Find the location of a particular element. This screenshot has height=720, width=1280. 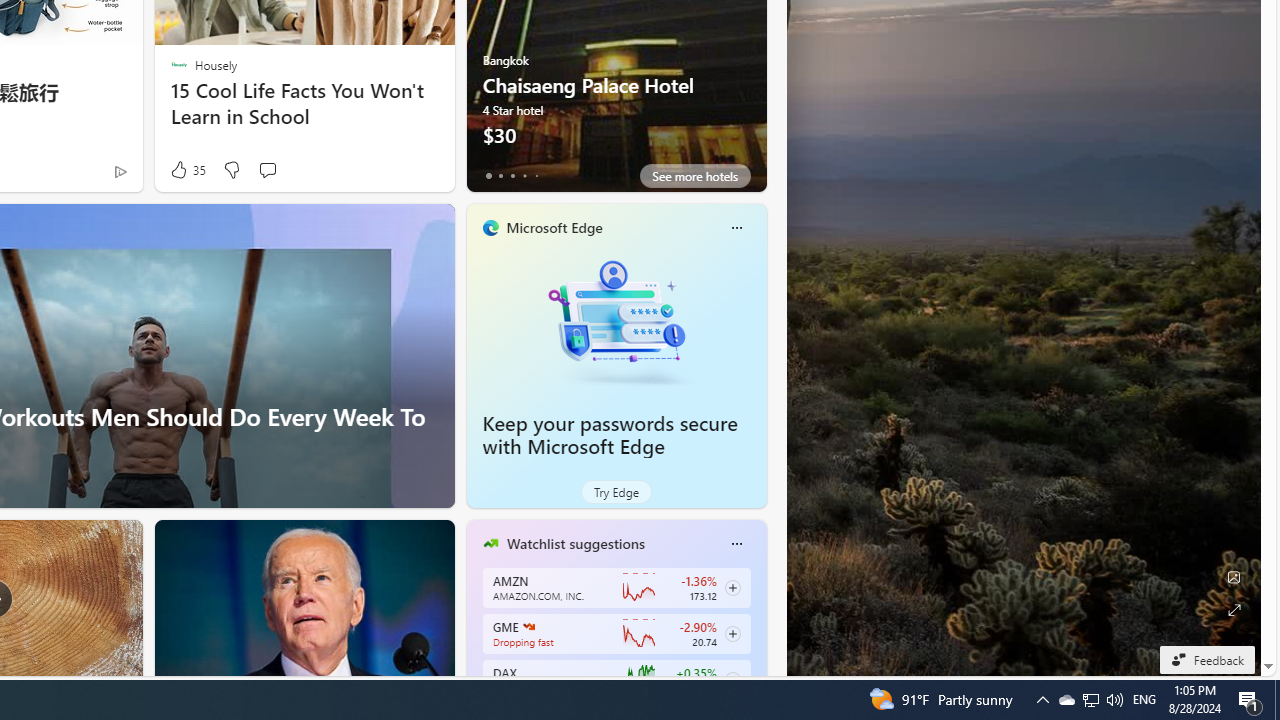

'Class: follow-button  m' is located at coordinates (731, 679).